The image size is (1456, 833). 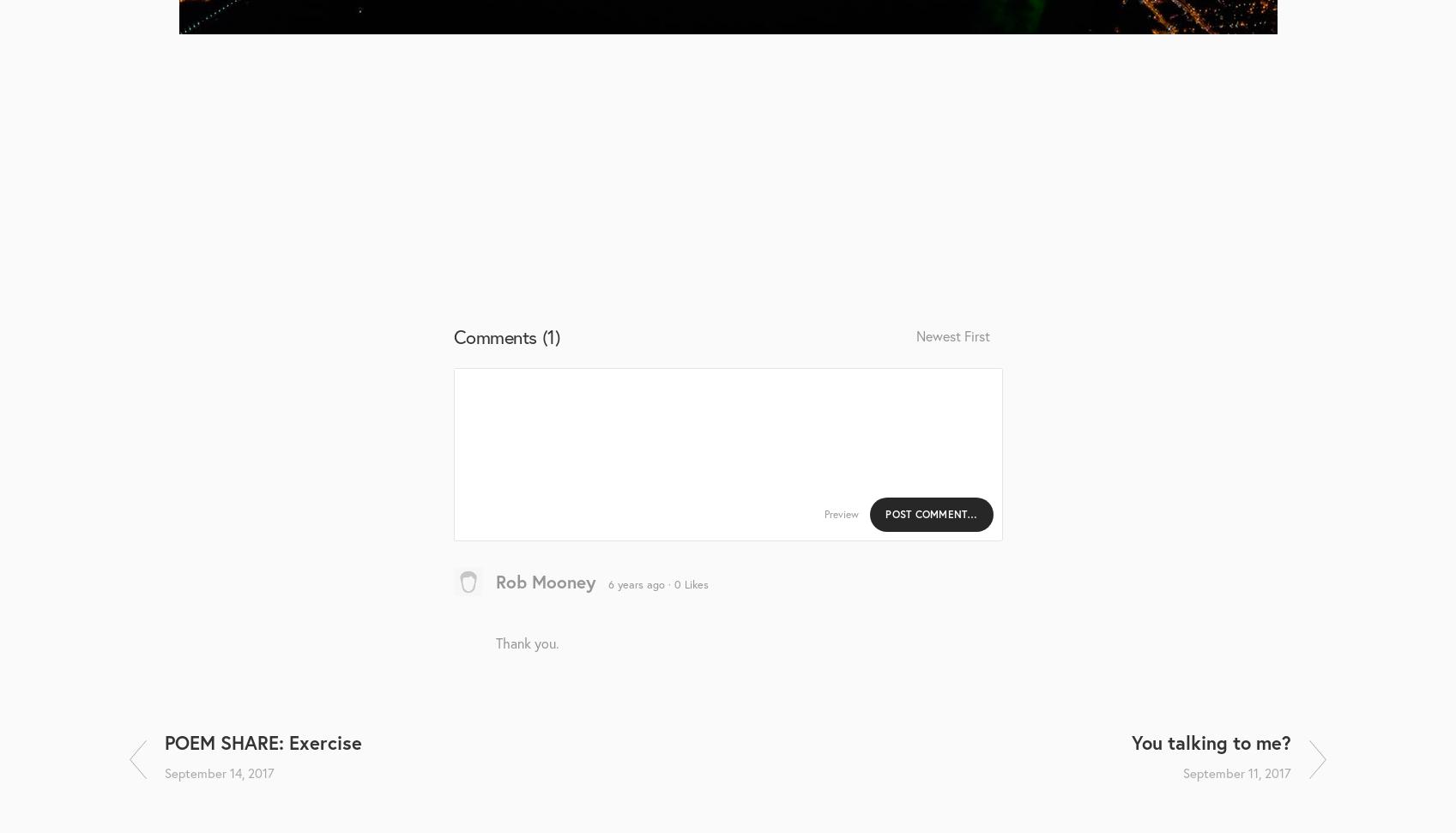 I want to click on 'You talking to me?', so click(x=1130, y=742).